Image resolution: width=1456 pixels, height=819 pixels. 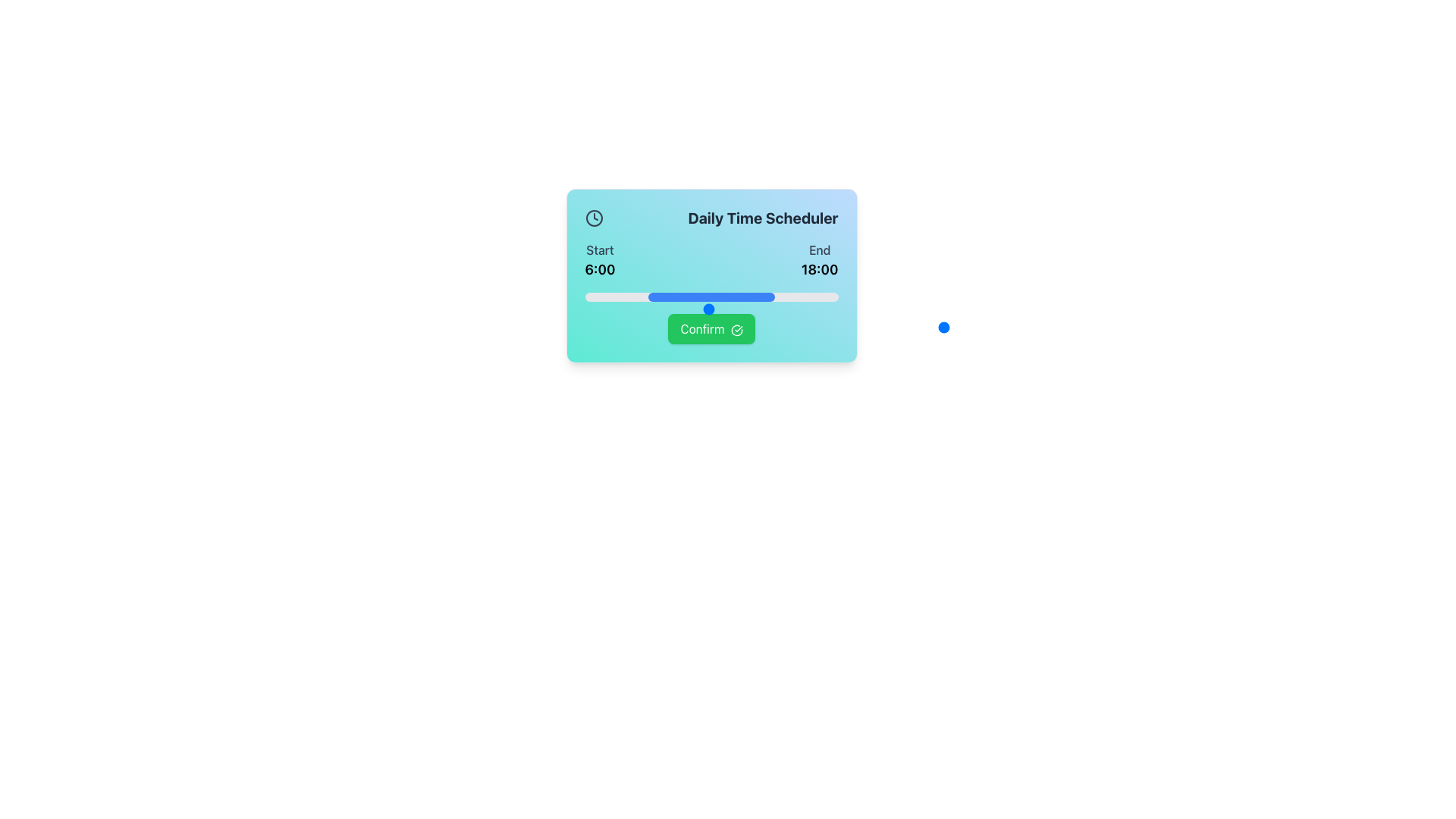 I want to click on the 'Start' text label, which is a medium-weight gray typography on a light blue background, positioned above the '6:00' text label in the dialog box, so click(x=599, y=249).